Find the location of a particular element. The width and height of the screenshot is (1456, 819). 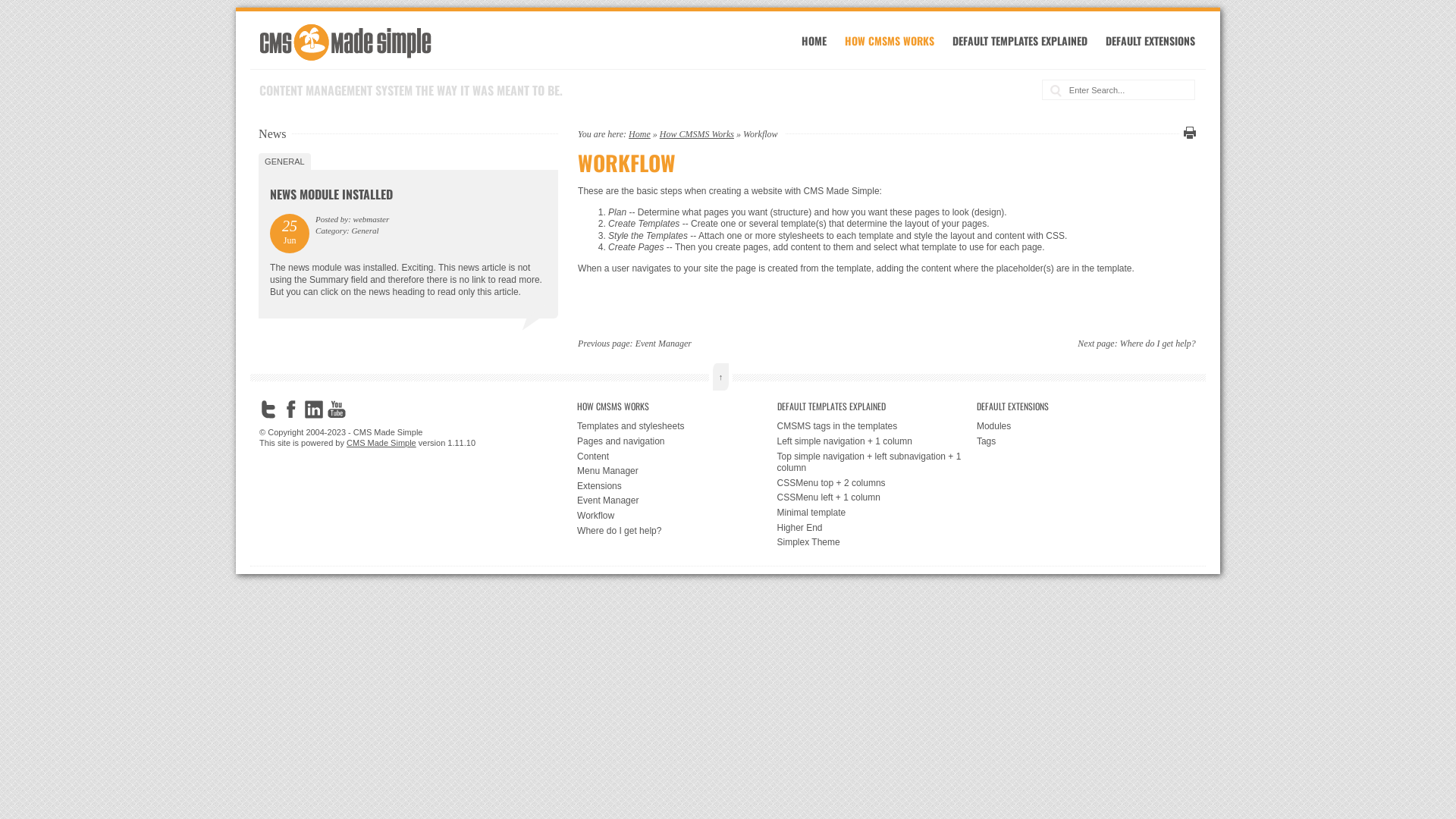

'DEFAULT TEMPLATES EXPLAINED' is located at coordinates (776, 406).